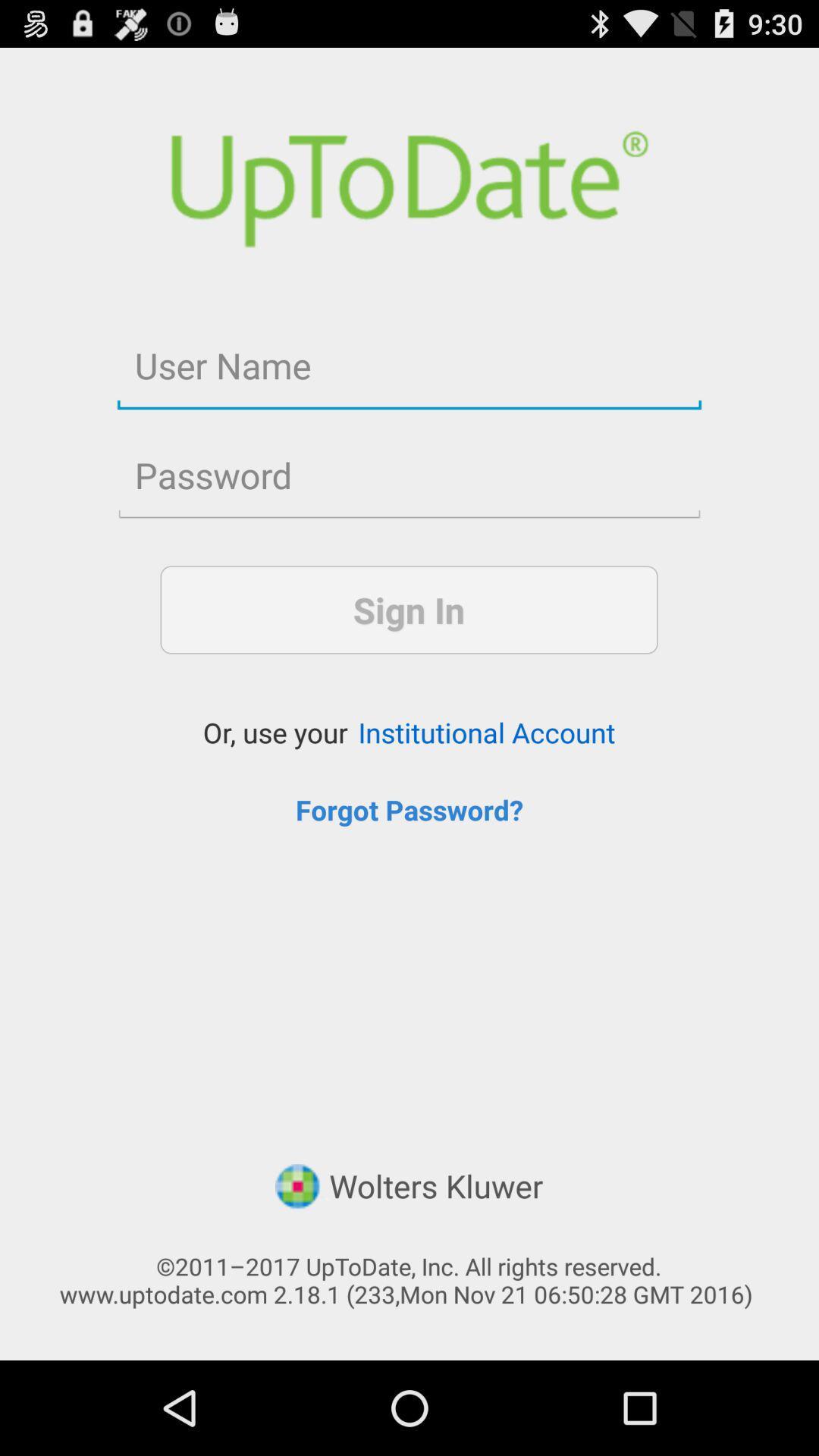 The width and height of the screenshot is (819, 1456). What do you see at coordinates (409, 809) in the screenshot?
I see `item above the wolters kluwer item` at bounding box center [409, 809].